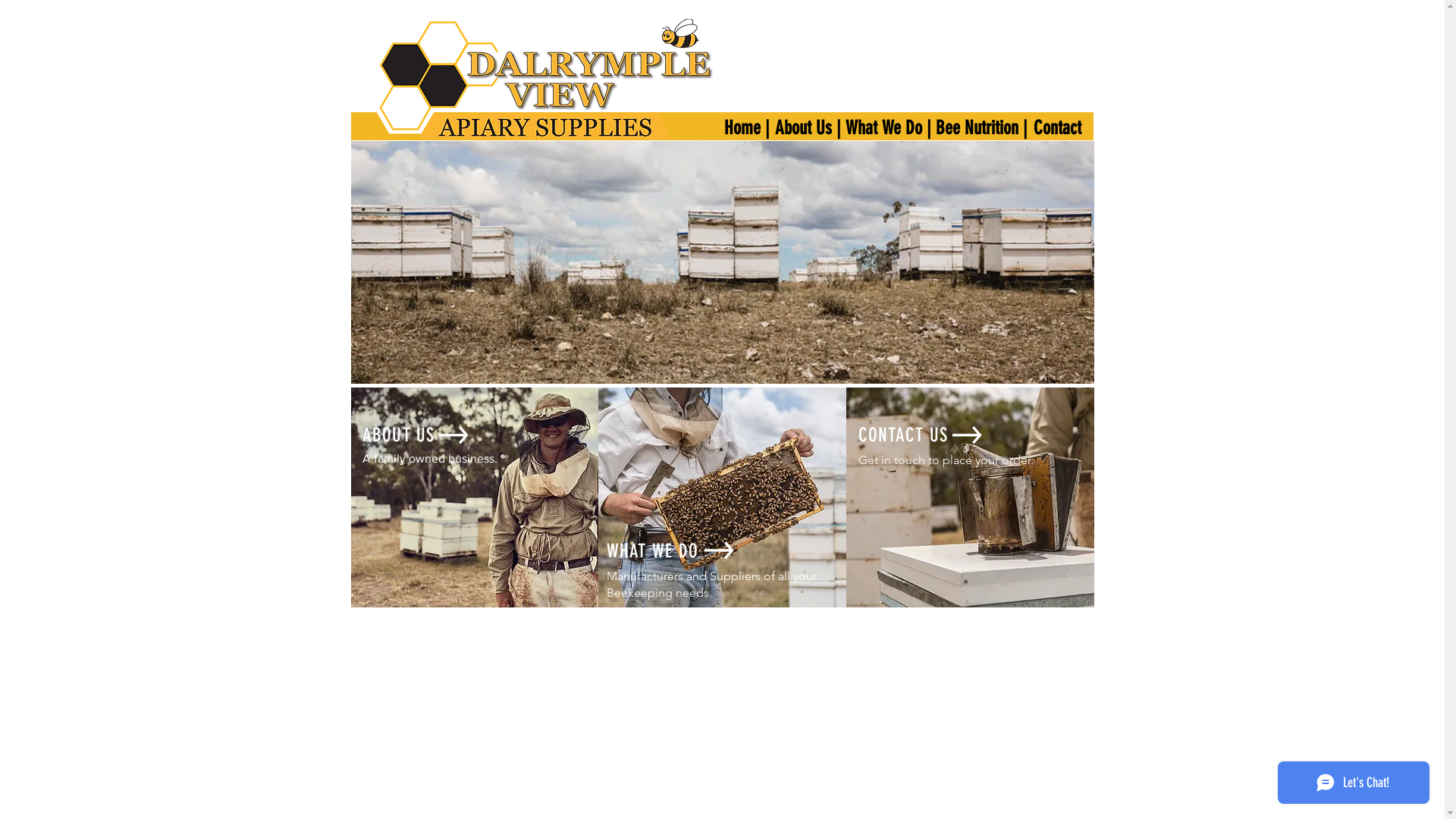 The width and height of the screenshot is (1456, 819). I want to click on 'WHAT WE DO', so click(652, 551).